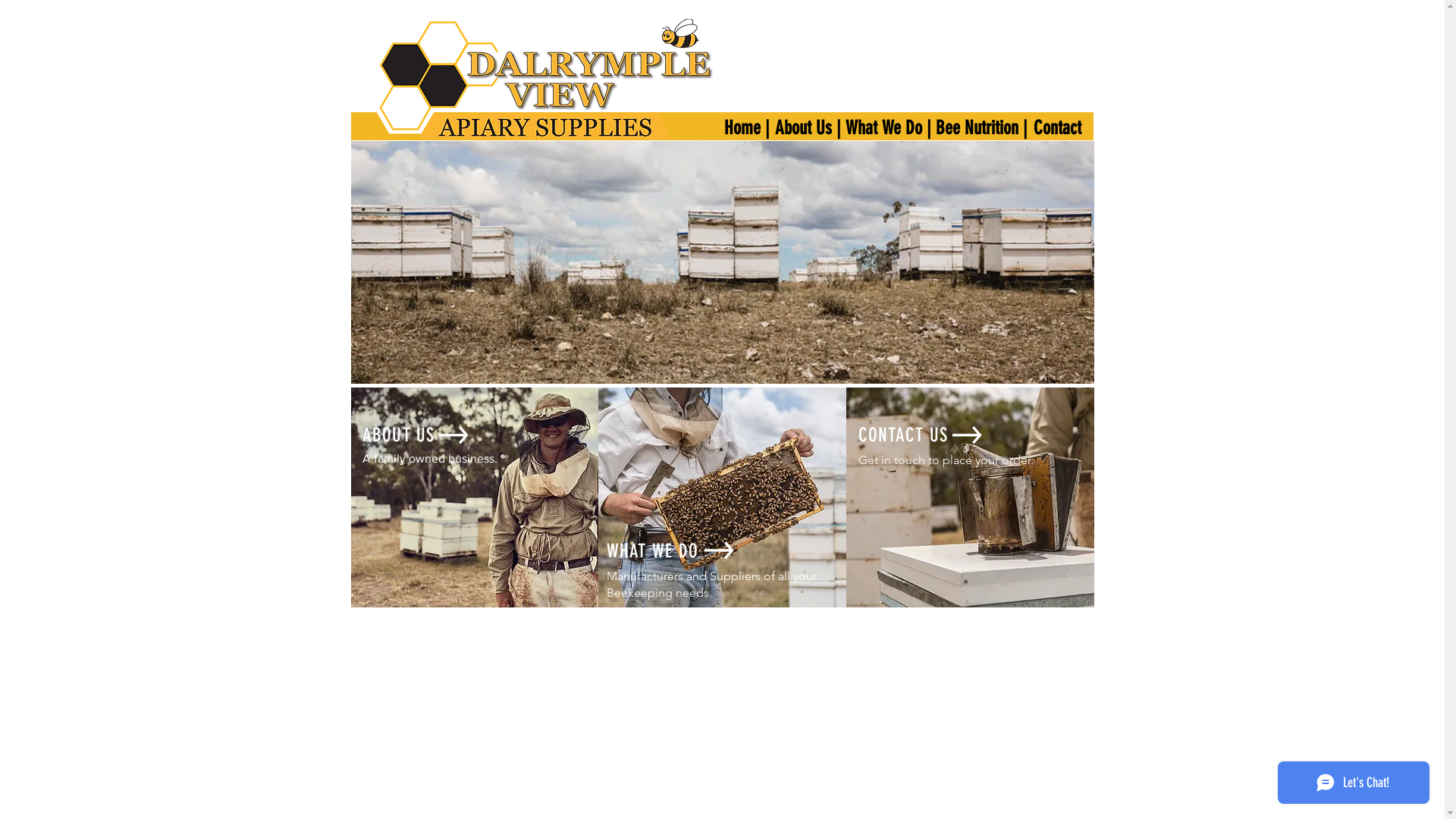 The width and height of the screenshot is (1456, 819). I want to click on 'WHAT WE DO', so click(652, 551).